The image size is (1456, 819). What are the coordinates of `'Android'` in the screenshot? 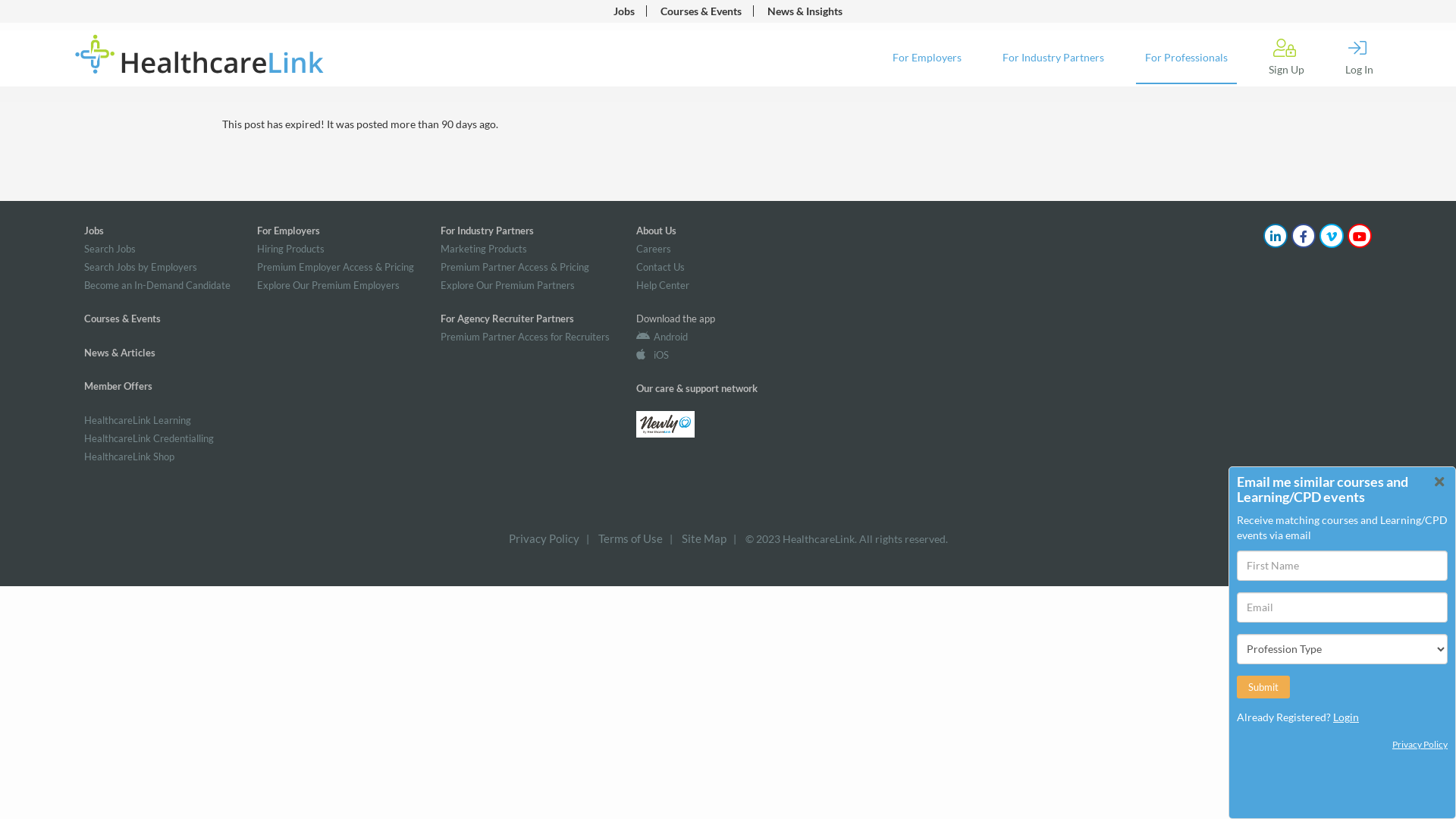 It's located at (662, 335).